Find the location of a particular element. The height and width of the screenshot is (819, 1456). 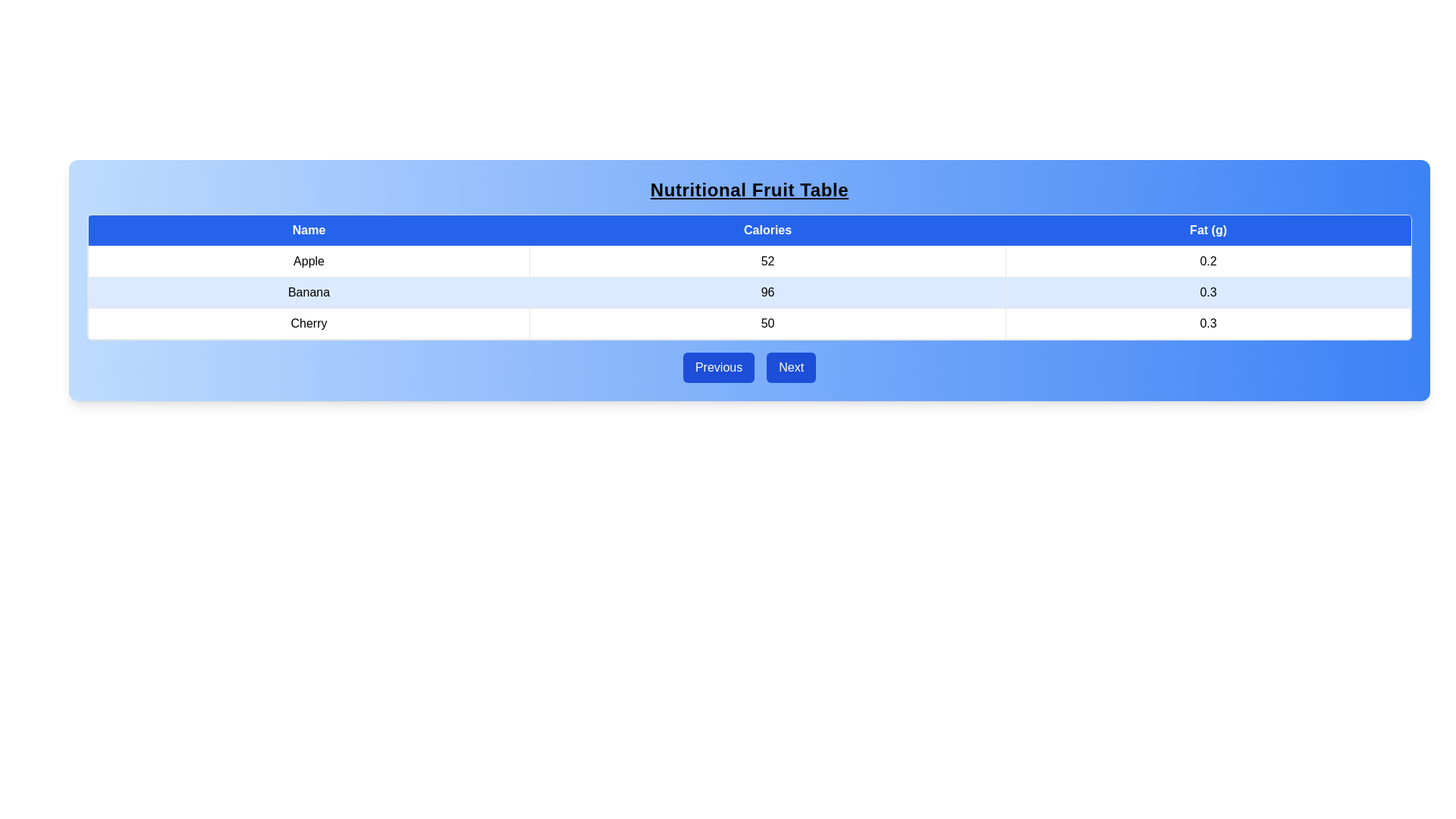

the table cell displaying the calorie count for 'Apple', which is located in the second column of the first data row under the 'Calories' column is located at coordinates (749, 260).